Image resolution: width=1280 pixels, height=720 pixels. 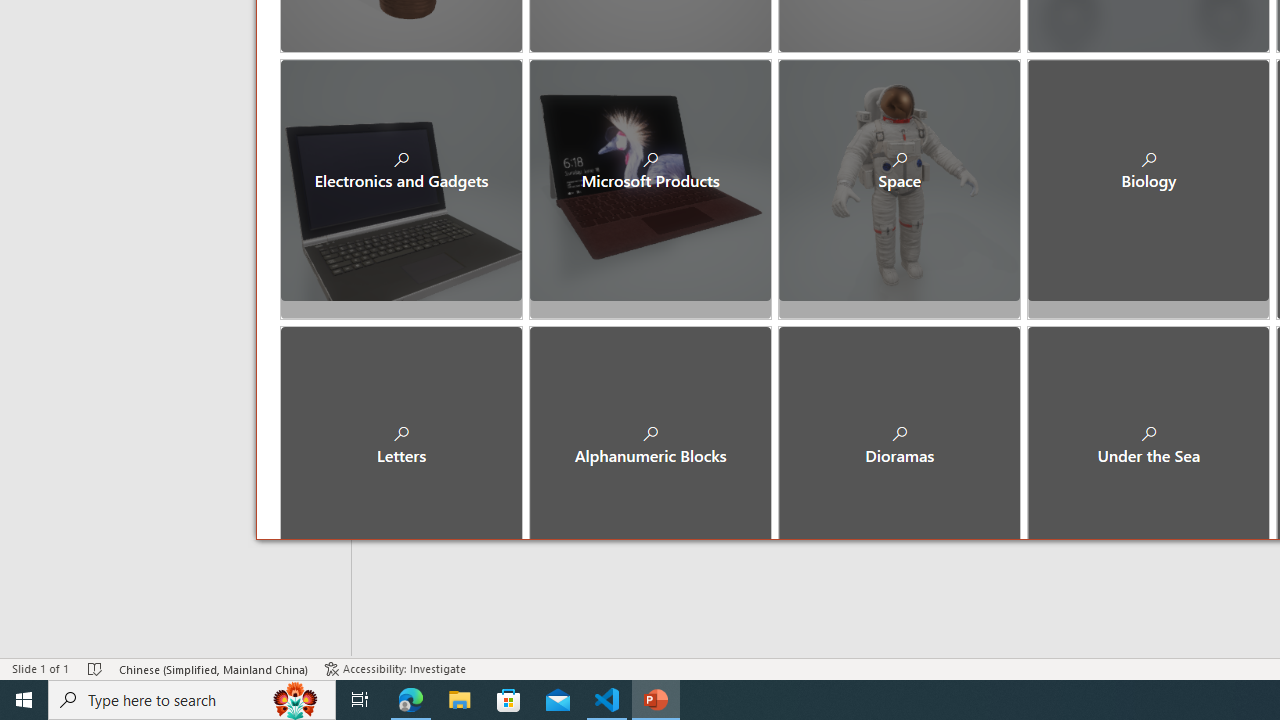 I want to click on 'Letters', so click(x=400, y=428).